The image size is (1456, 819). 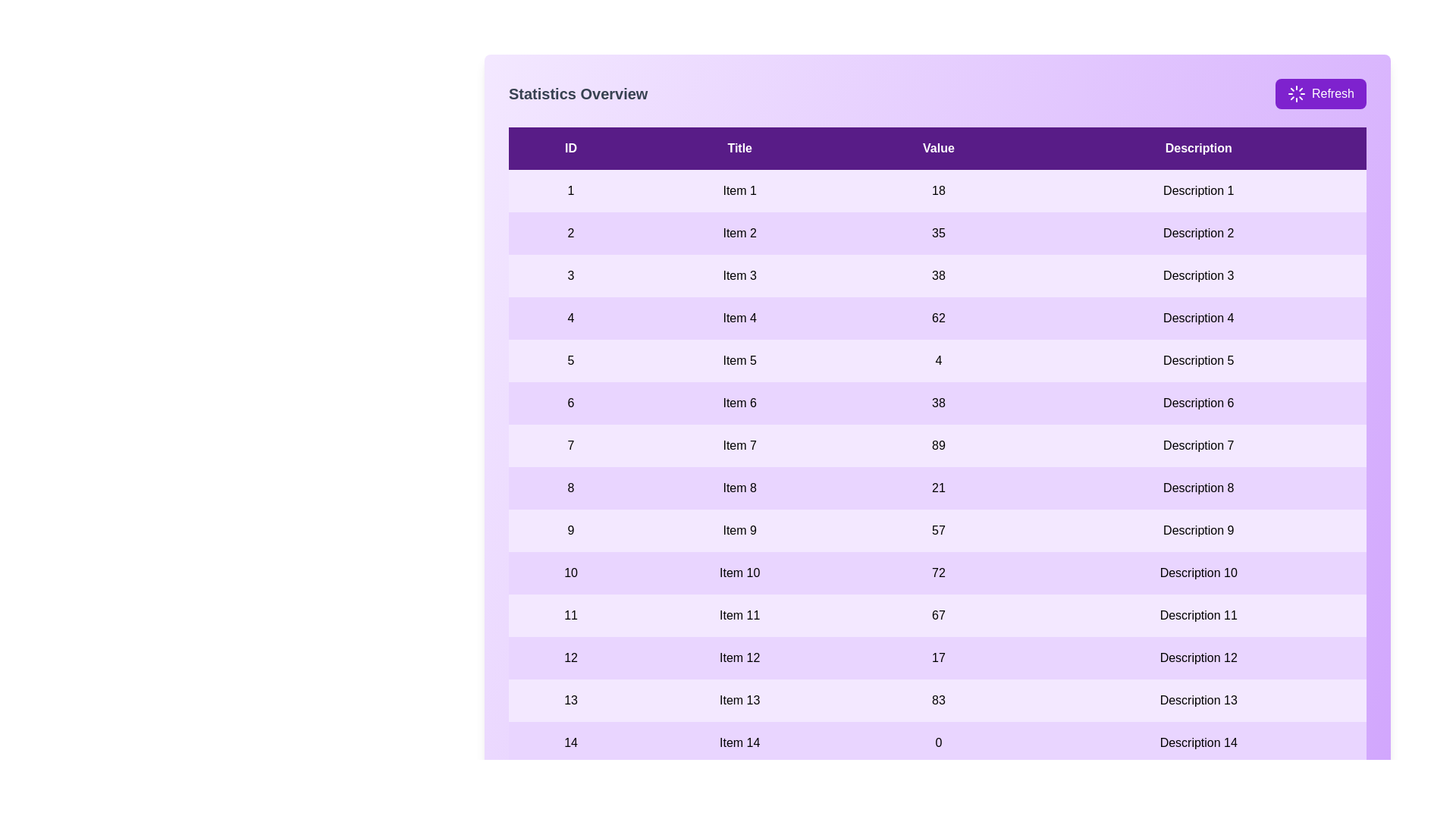 I want to click on the 'Refresh' button to reload the data, so click(x=1320, y=93).